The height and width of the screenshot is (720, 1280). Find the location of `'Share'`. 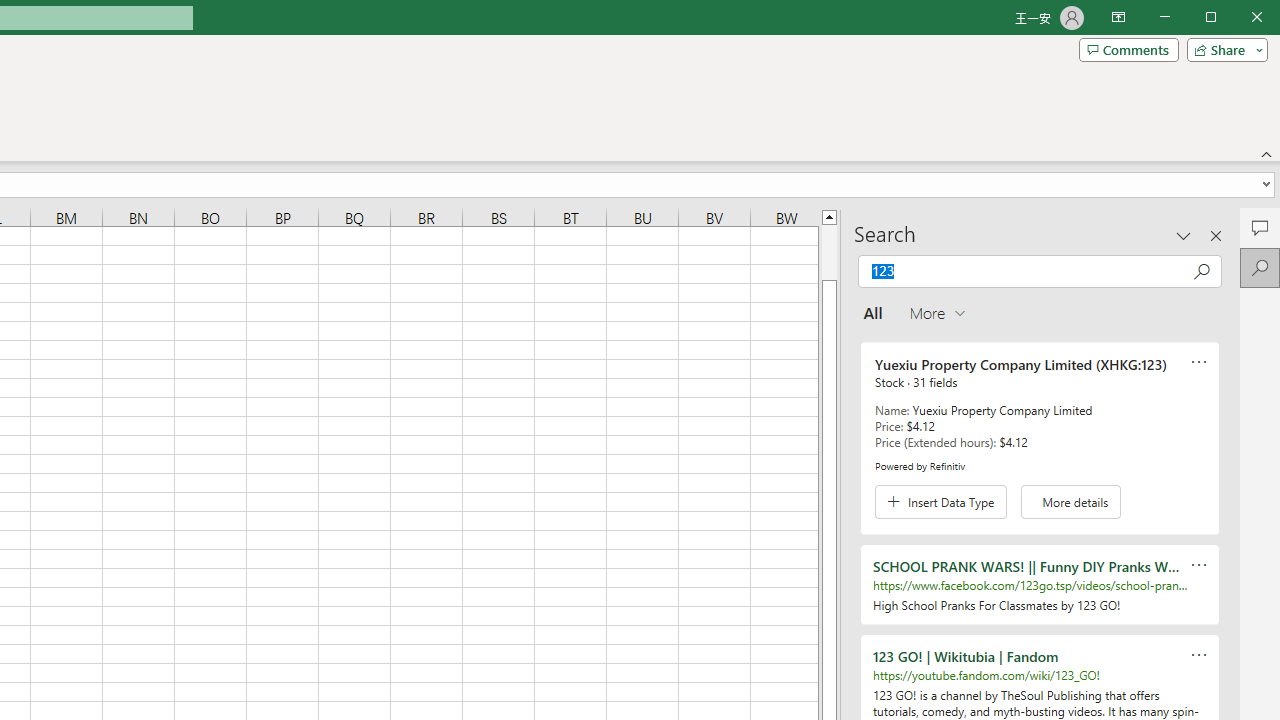

'Share' is located at coordinates (1222, 49).